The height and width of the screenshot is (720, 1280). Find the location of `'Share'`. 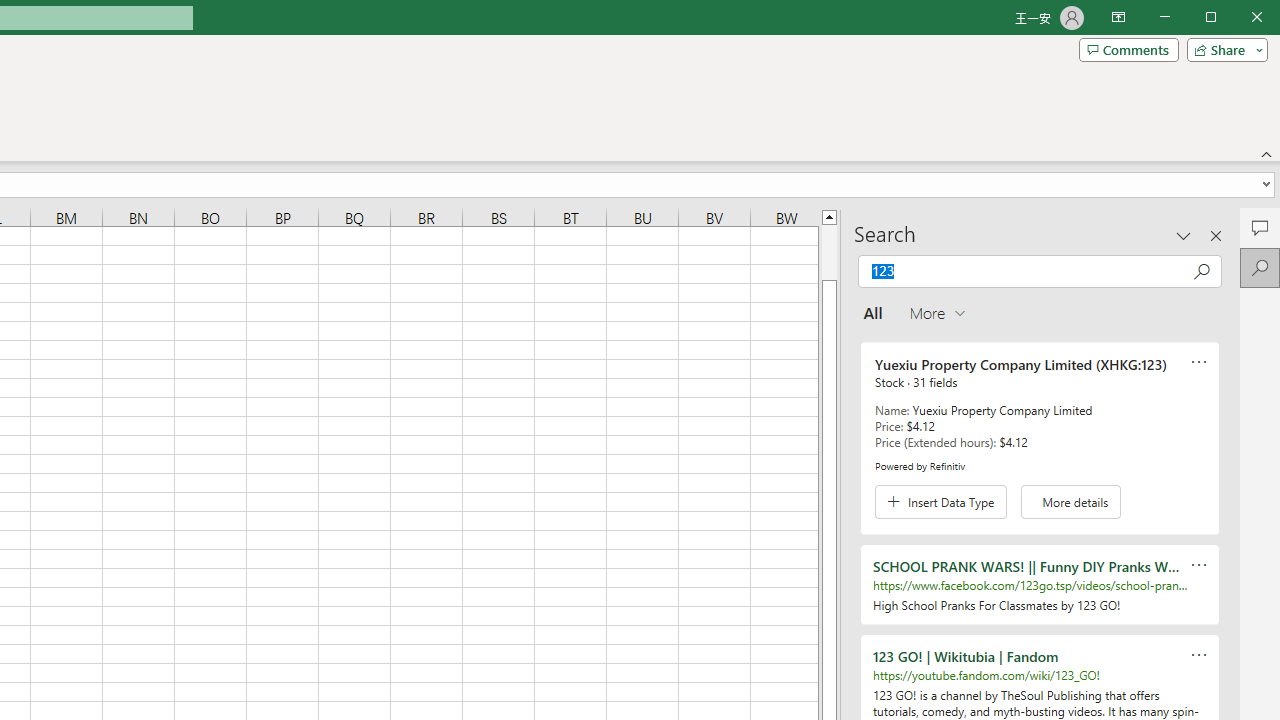

'Share' is located at coordinates (1222, 49).